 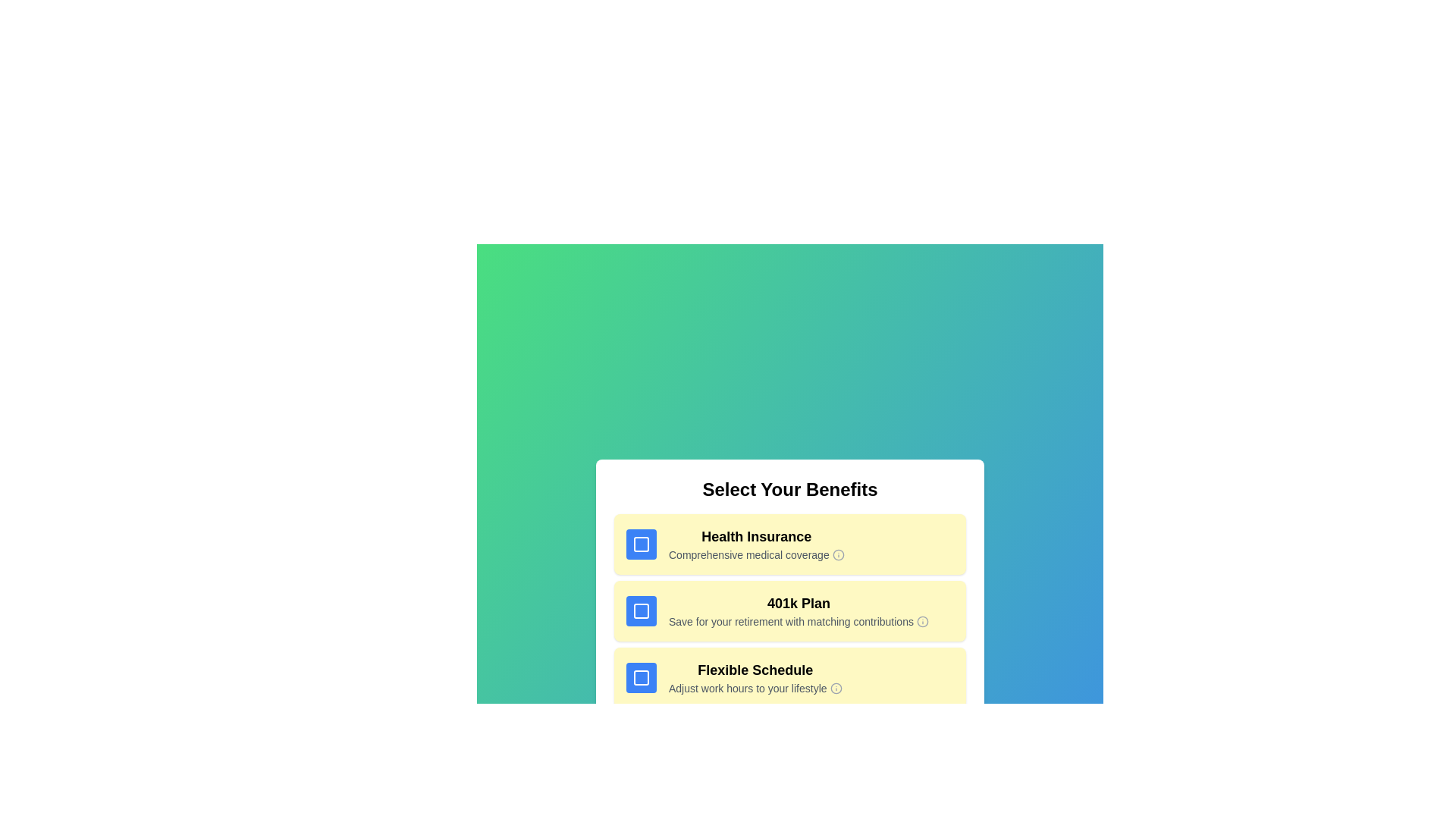 What do you see at coordinates (641, 677) in the screenshot?
I see `the checkbox for the benefit titled Flexible Schedule` at bounding box center [641, 677].